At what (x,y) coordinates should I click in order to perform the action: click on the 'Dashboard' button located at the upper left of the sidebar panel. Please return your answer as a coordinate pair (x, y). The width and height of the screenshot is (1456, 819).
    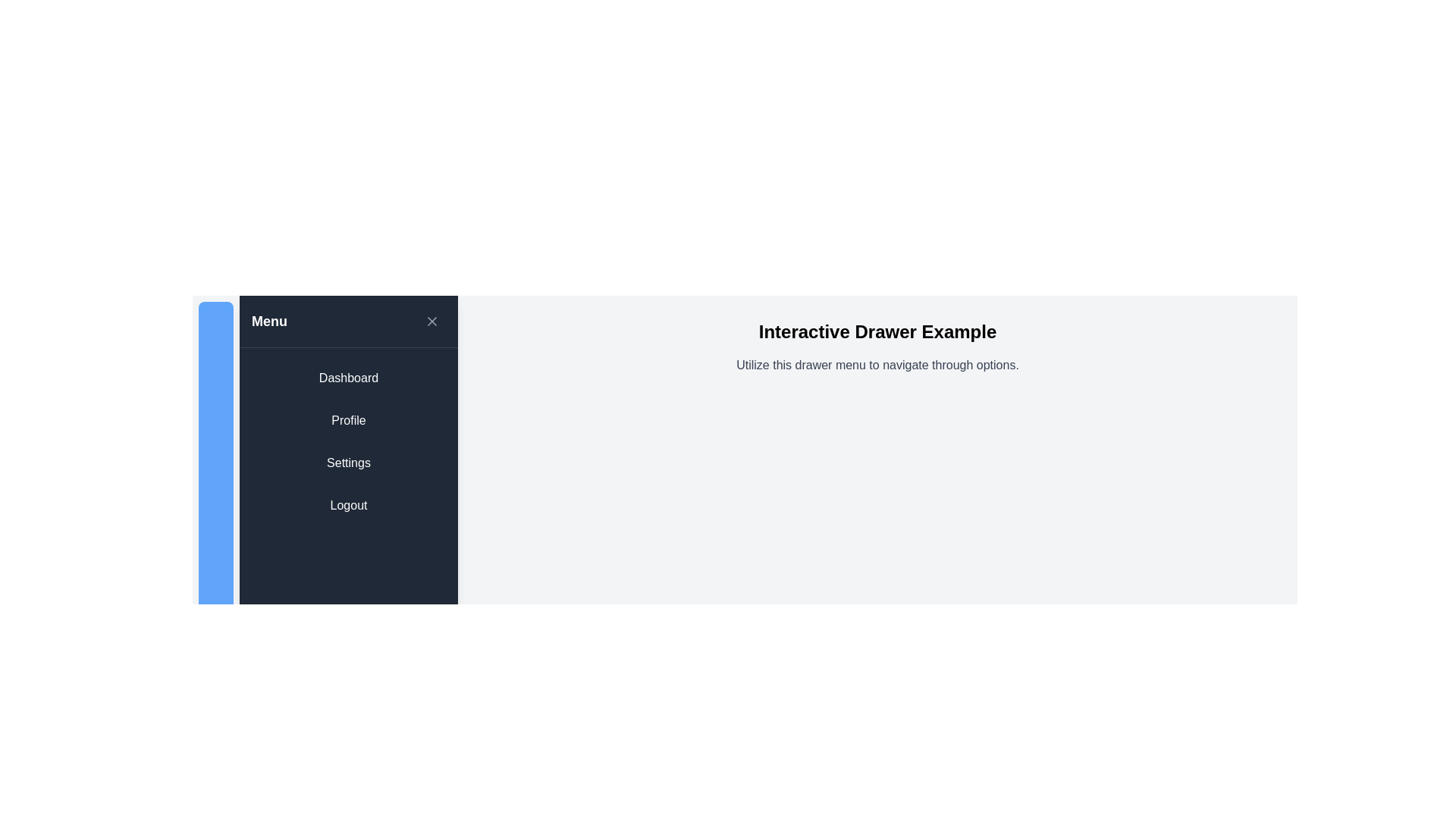
    Looking at the image, I should click on (348, 377).